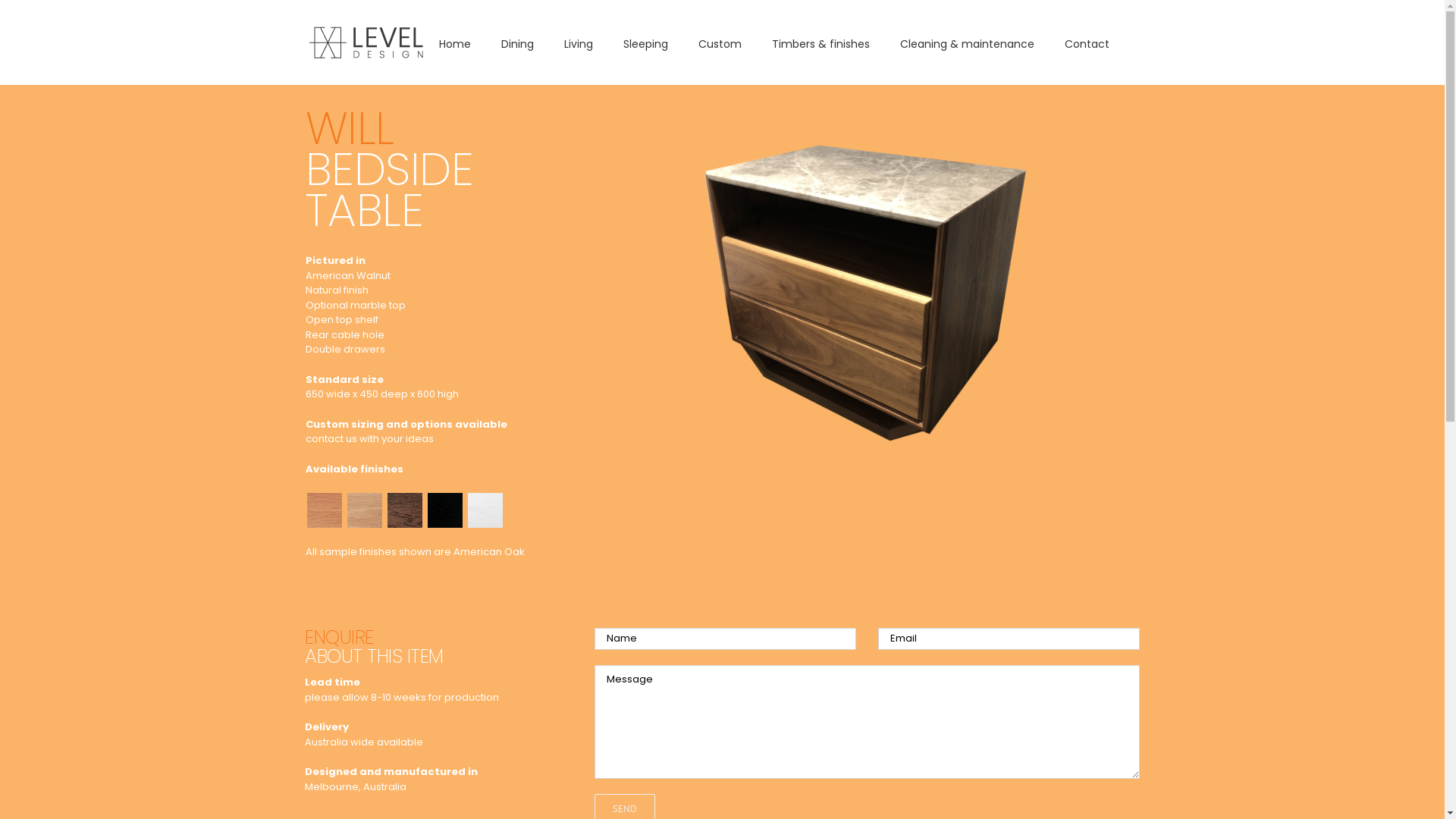  What do you see at coordinates (364, 497) in the screenshot?
I see `'Raw Finish'` at bounding box center [364, 497].